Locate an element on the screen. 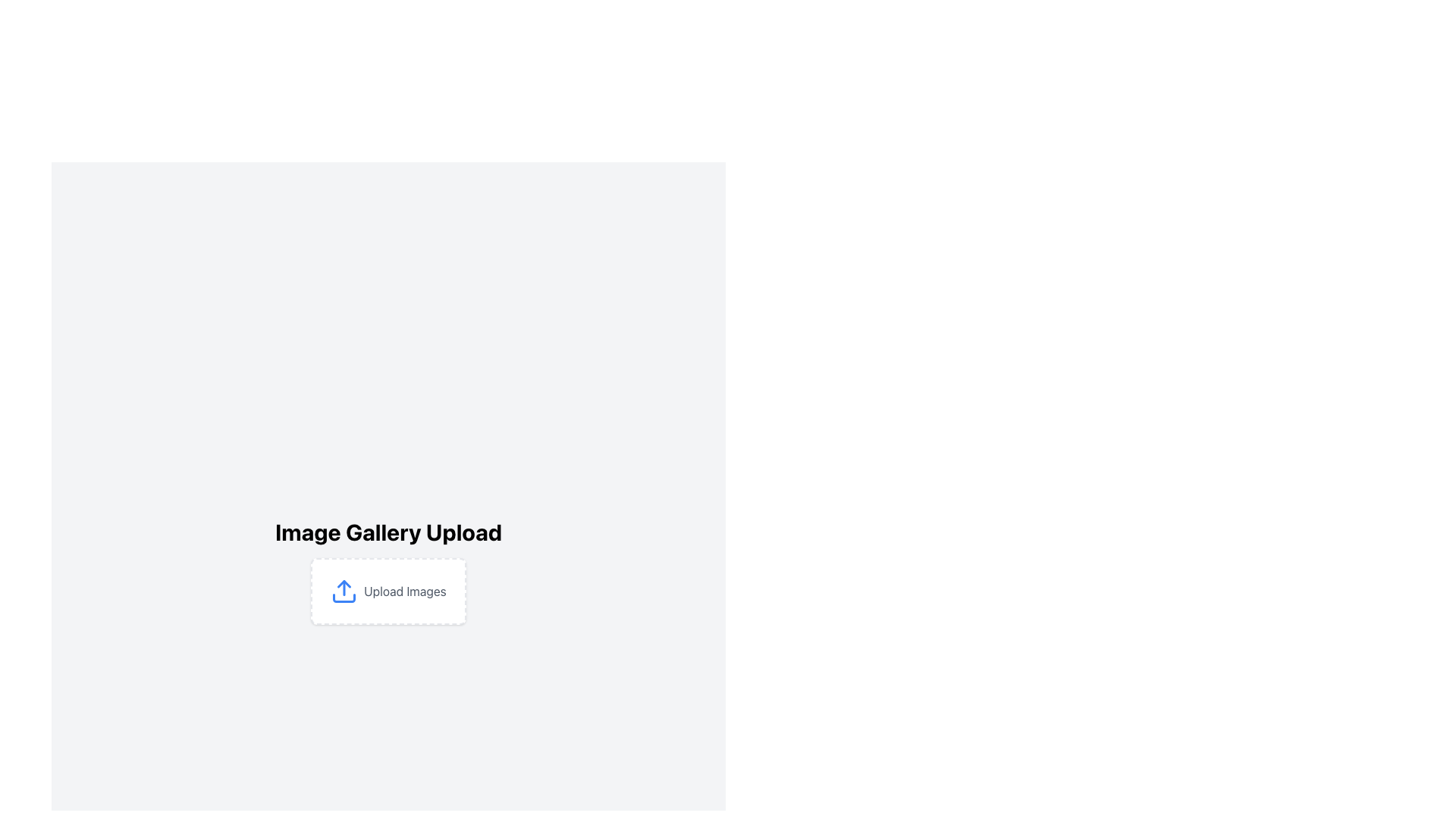  the header text label that provides context for the surrounding interface, located directly above the 'Upload Images' button is located at coordinates (388, 532).